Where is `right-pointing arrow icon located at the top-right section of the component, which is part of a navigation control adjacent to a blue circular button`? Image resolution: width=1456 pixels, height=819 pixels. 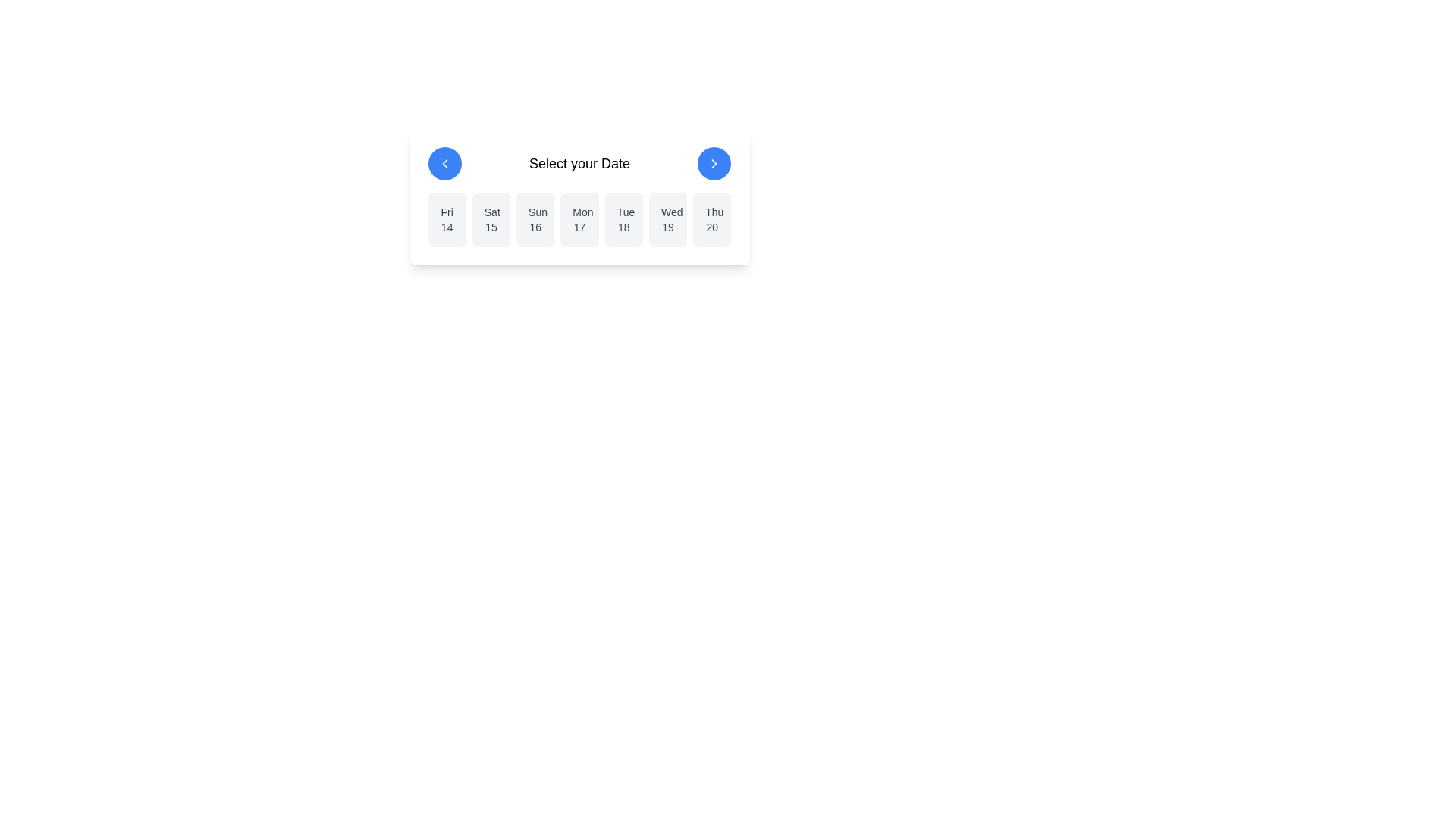
right-pointing arrow icon located at the top-right section of the component, which is part of a navigation control adjacent to a blue circular button is located at coordinates (714, 164).